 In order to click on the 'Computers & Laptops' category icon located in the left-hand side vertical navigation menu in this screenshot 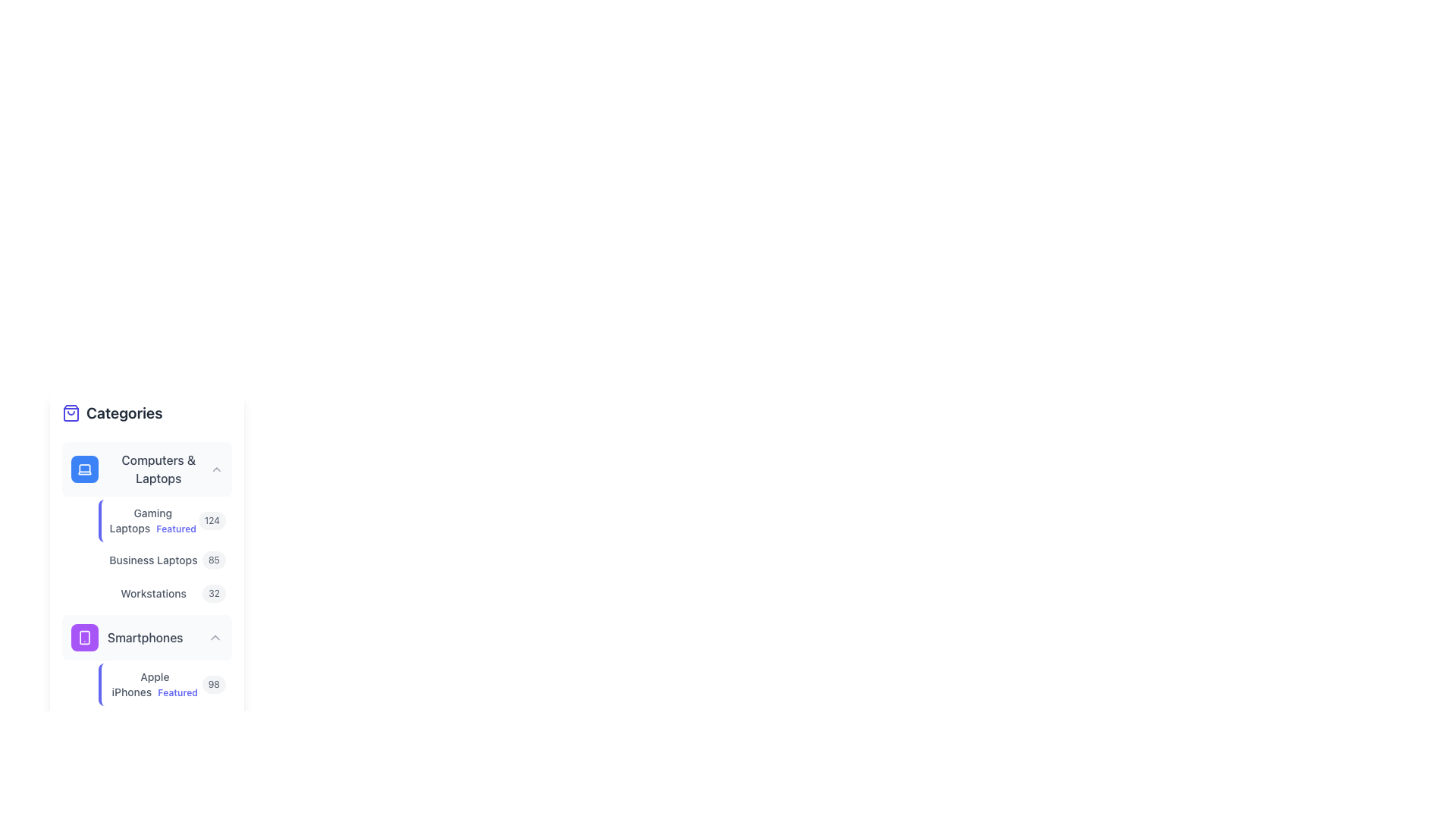, I will do `click(83, 468)`.